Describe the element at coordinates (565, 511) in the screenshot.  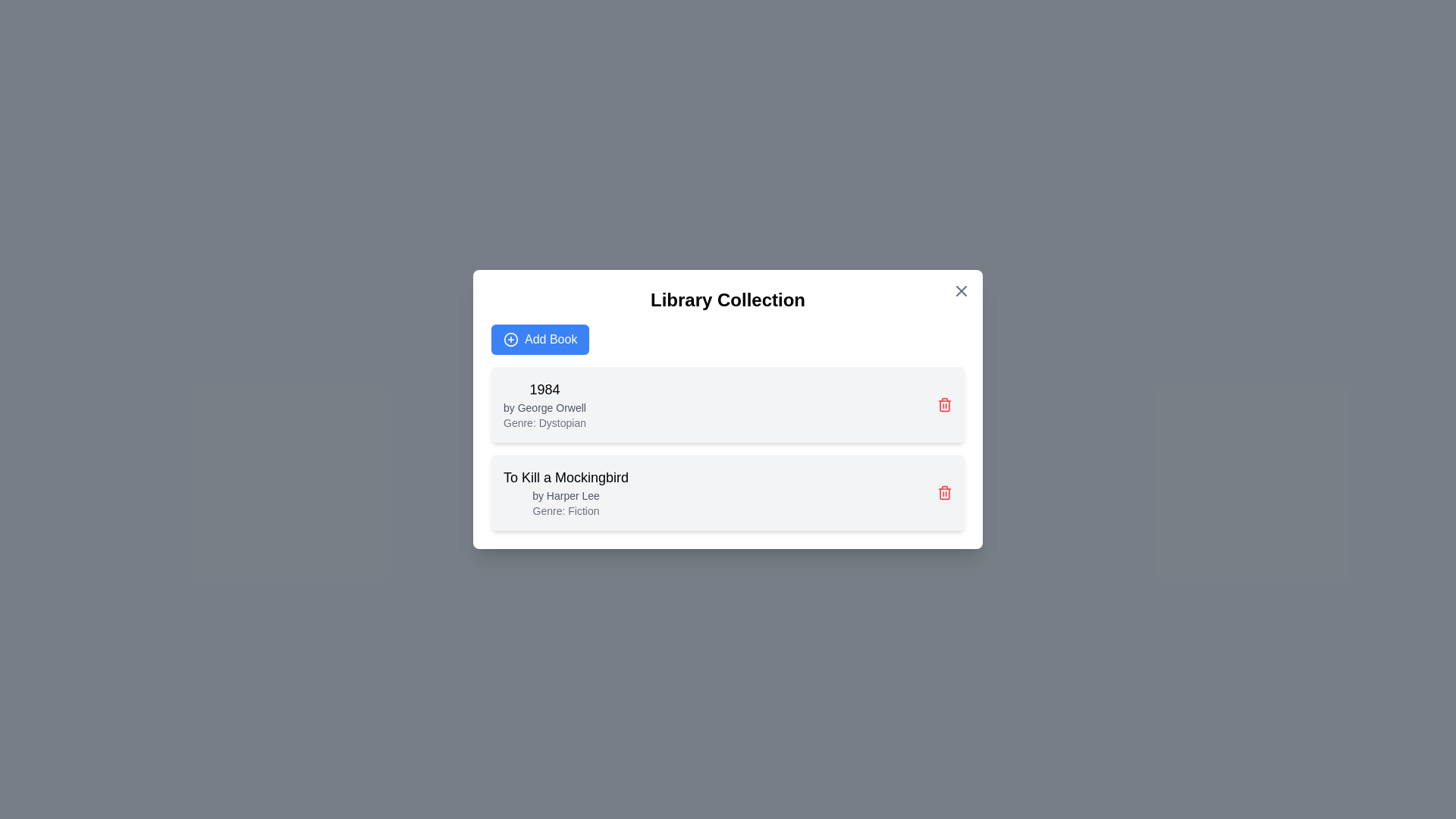
I see `the text label that reads 'Genre: Fiction', which is styled in a small, light gray font and located at the bottom of the book detail card in the modal interface` at that location.